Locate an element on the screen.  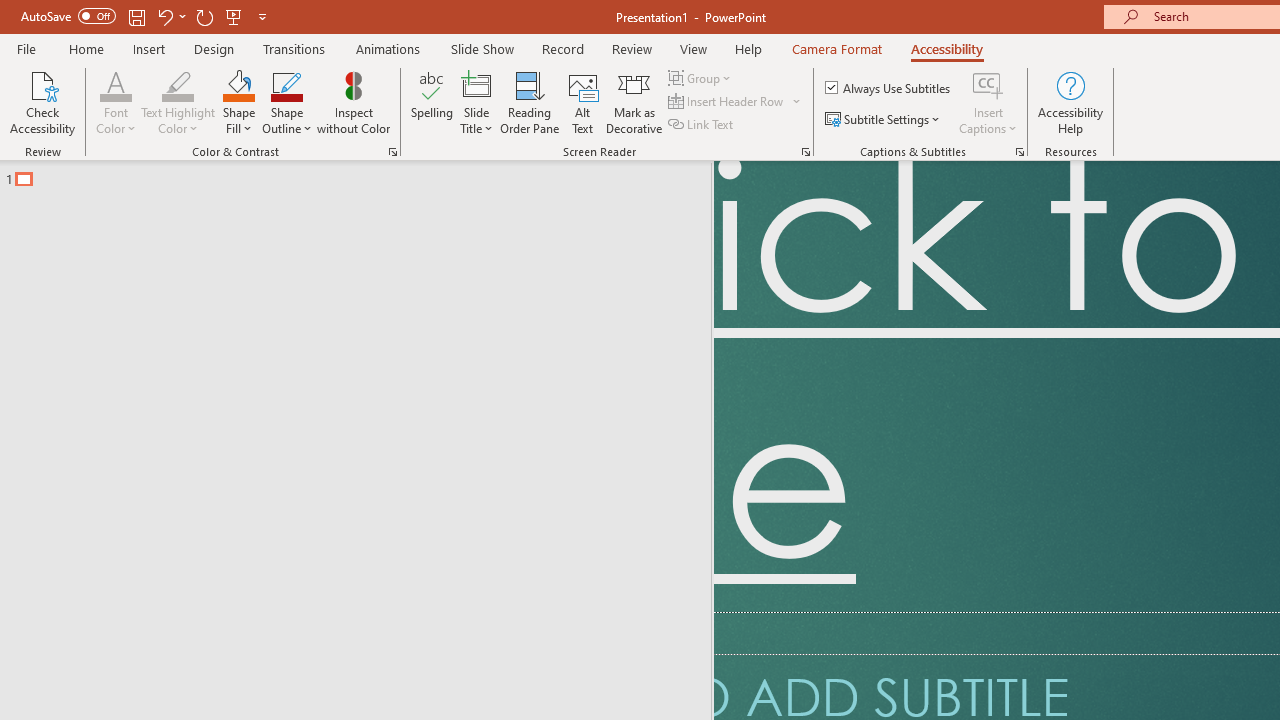
'Screen Reader' is located at coordinates (805, 150).